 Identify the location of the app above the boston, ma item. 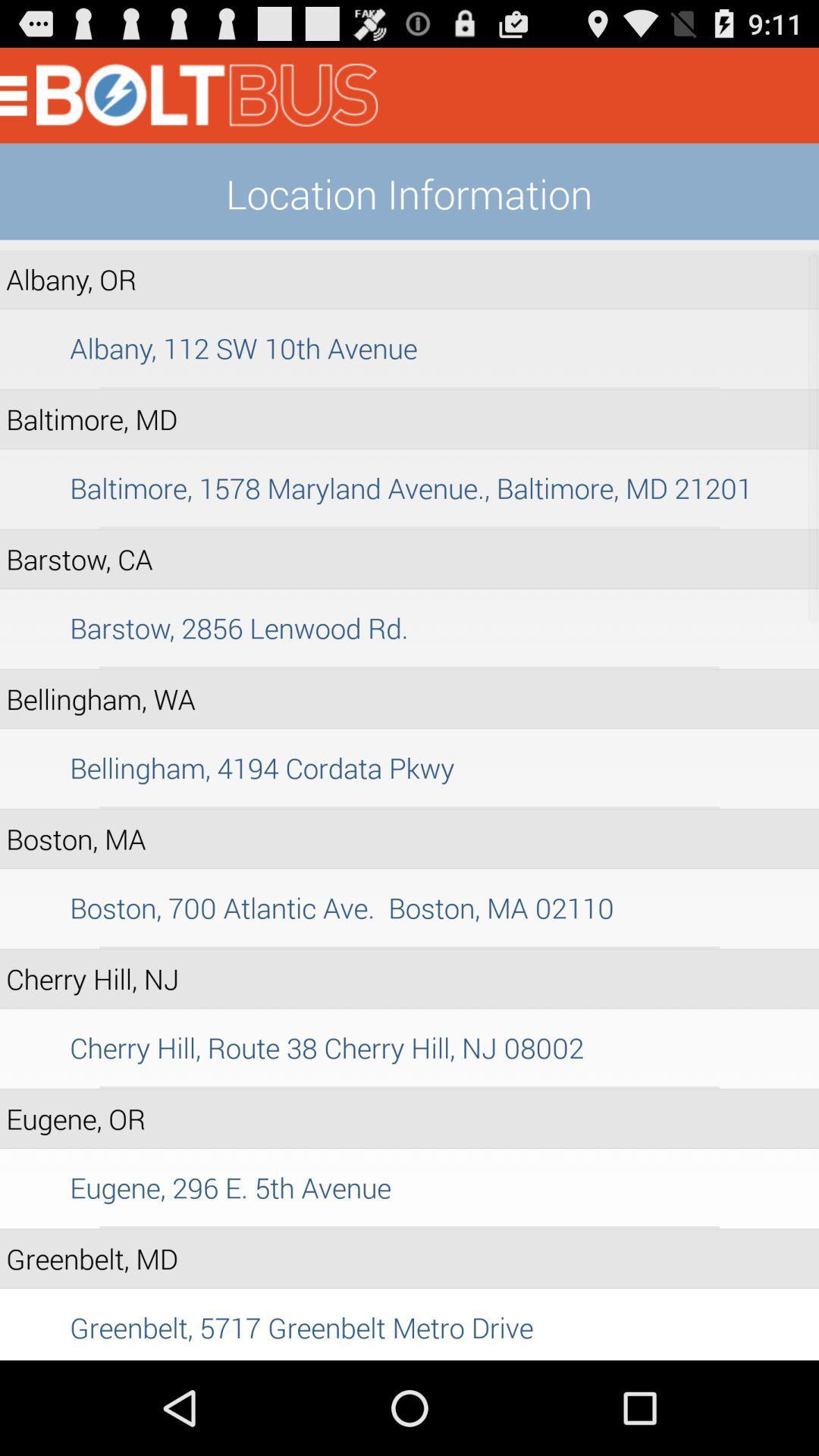
(409, 807).